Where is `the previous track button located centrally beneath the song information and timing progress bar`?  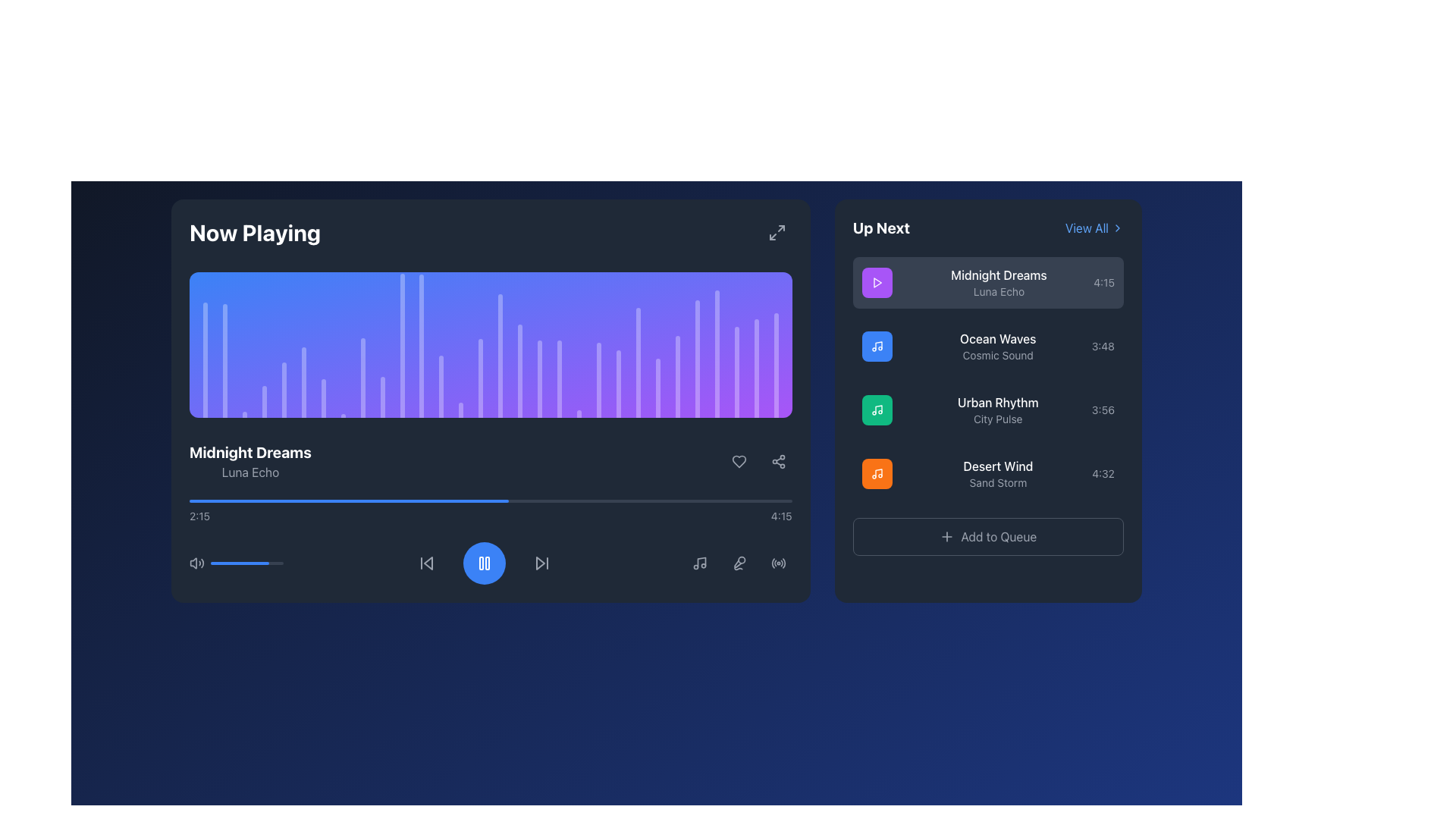 the previous track button located centrally beneath the song information and timing progress bar is located at coordinates (426, 563).